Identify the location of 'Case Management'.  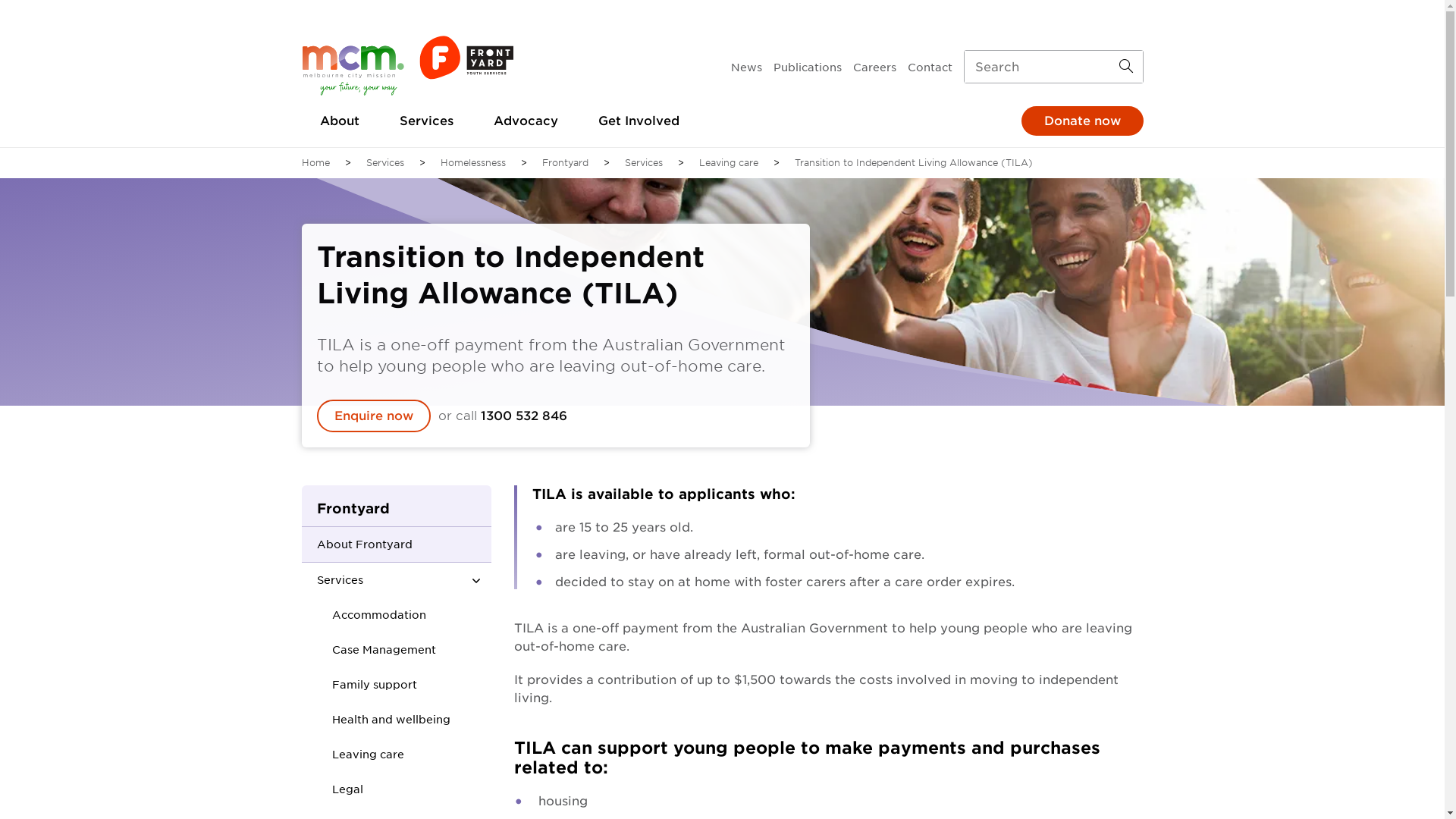
(302, 648).